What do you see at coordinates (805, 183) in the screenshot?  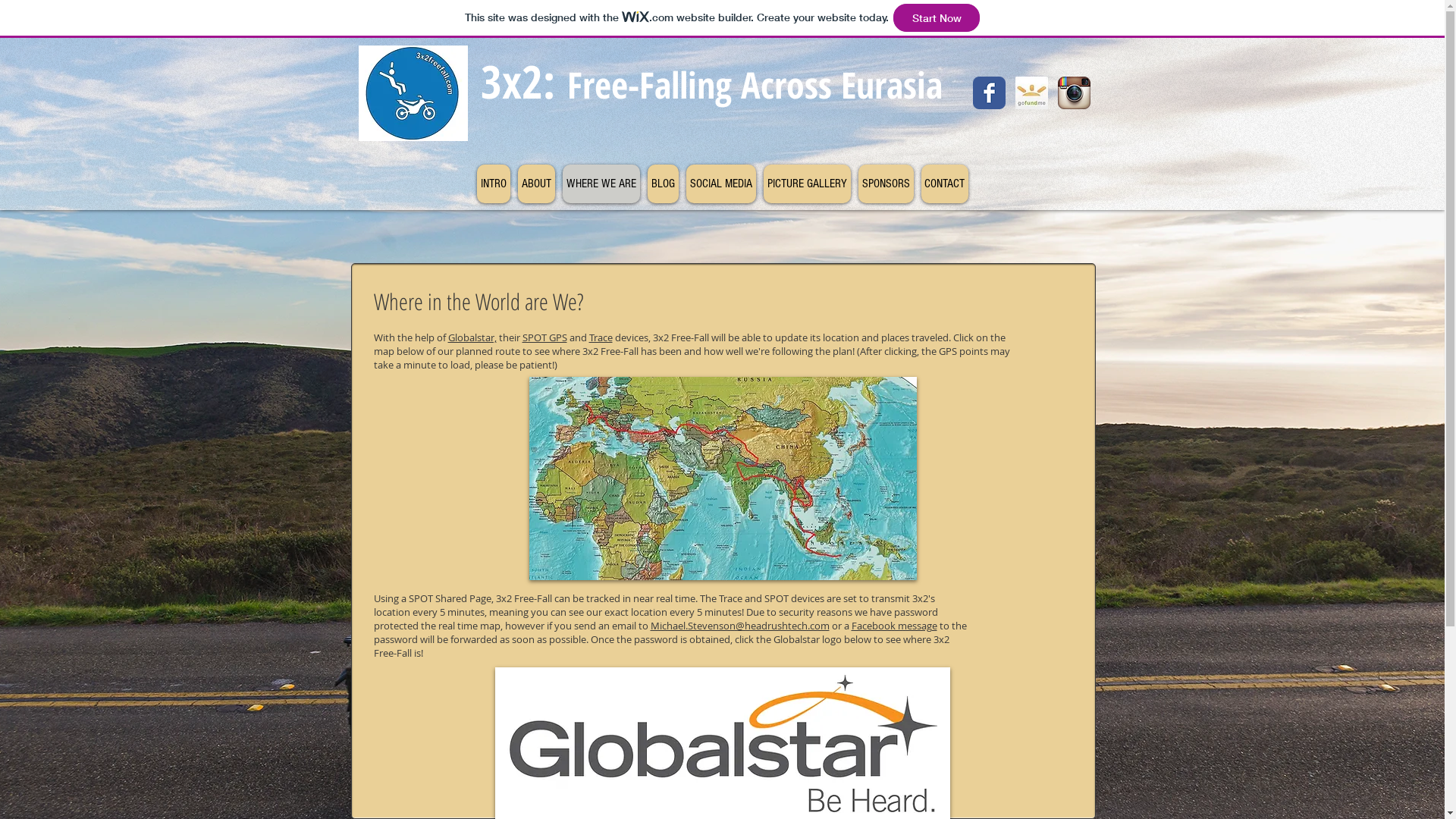 I see `'PICTURE GALLERY'` at bounding box center [805, 183].